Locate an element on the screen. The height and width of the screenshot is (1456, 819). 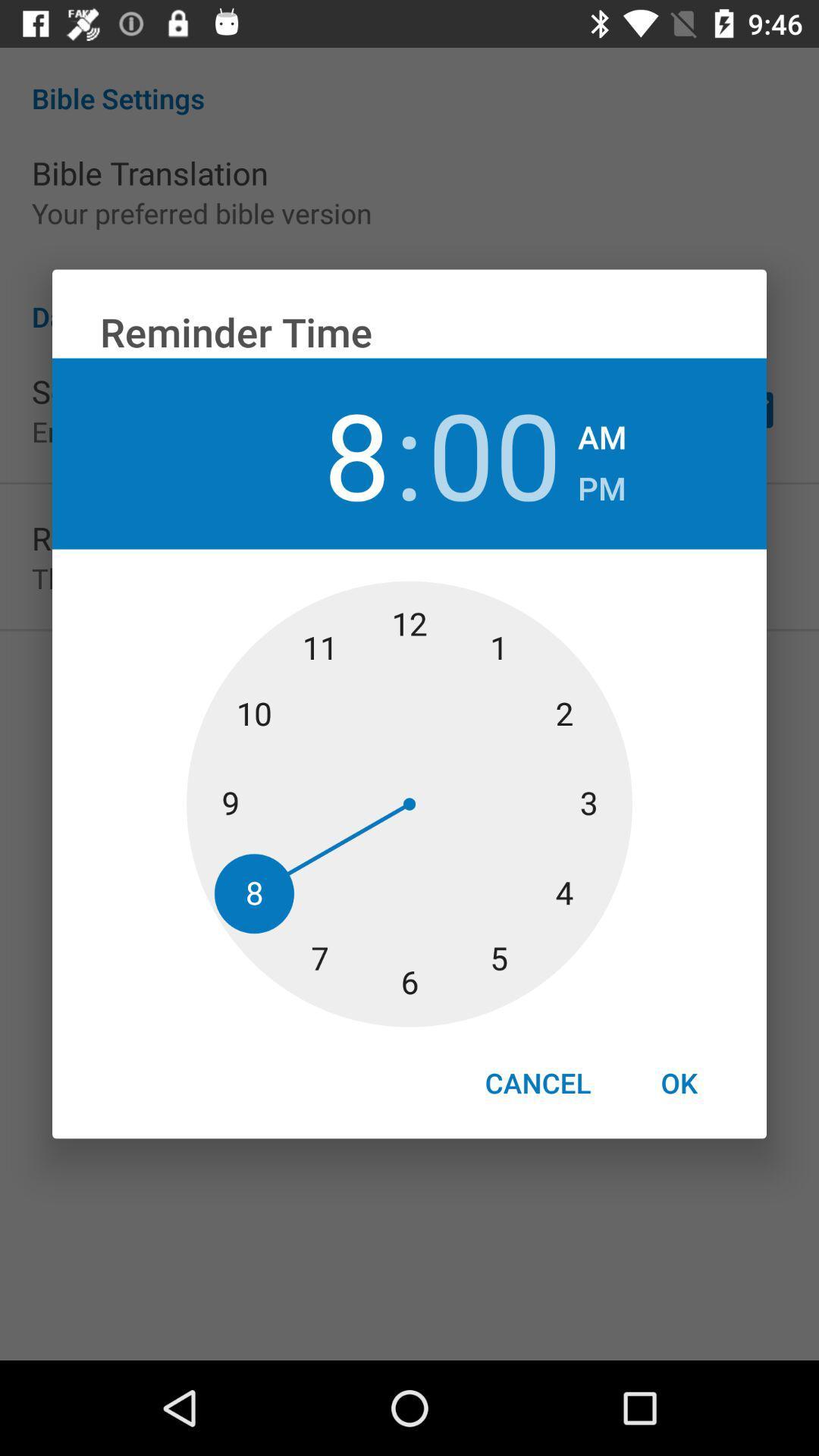
the am icon is located at coordinates (601, 431).